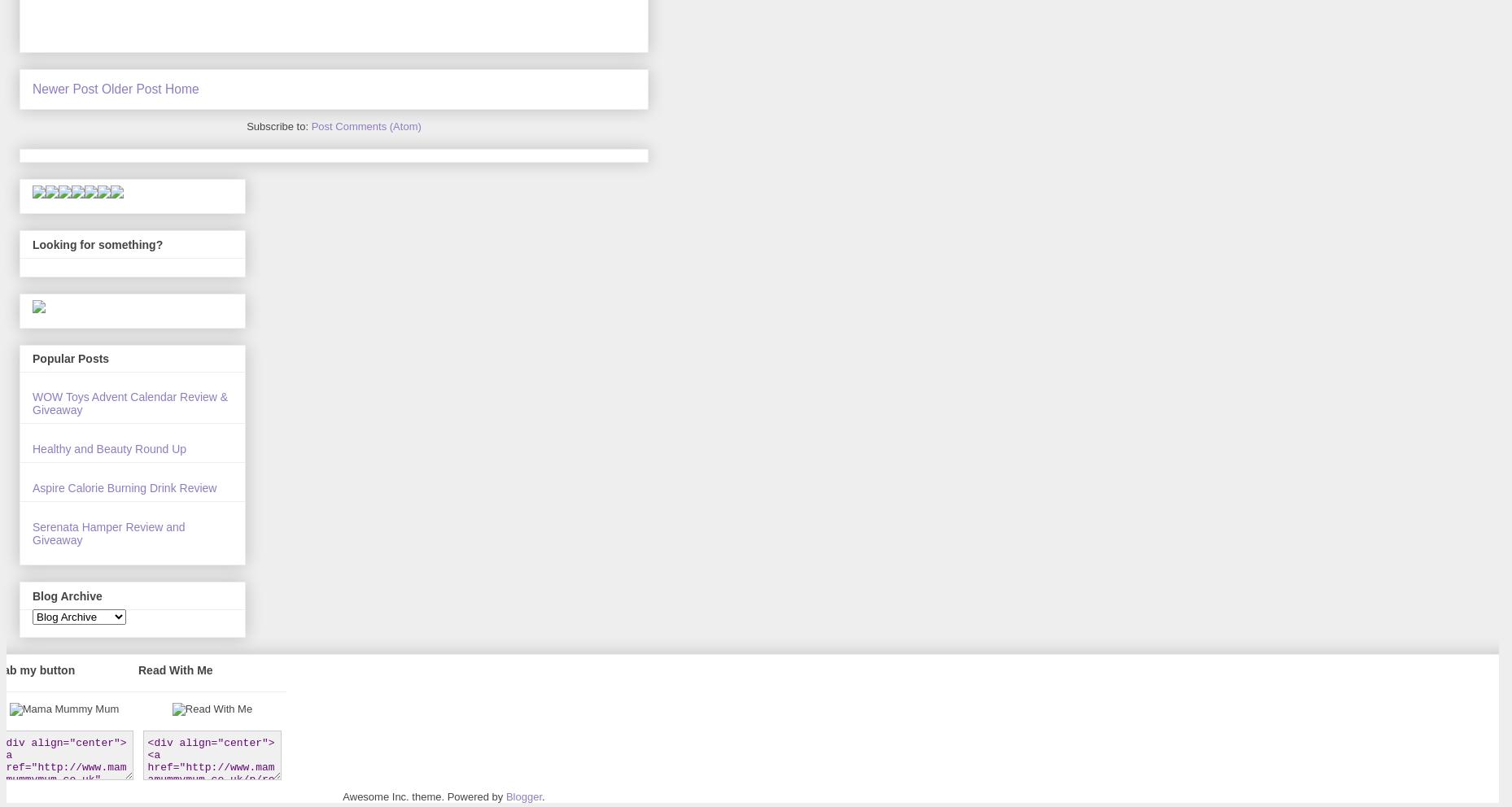 The image size is (1512, 807). I want to click on 'WOW Toys Advent Calendar Review & Giveaway', so click(129, 403).